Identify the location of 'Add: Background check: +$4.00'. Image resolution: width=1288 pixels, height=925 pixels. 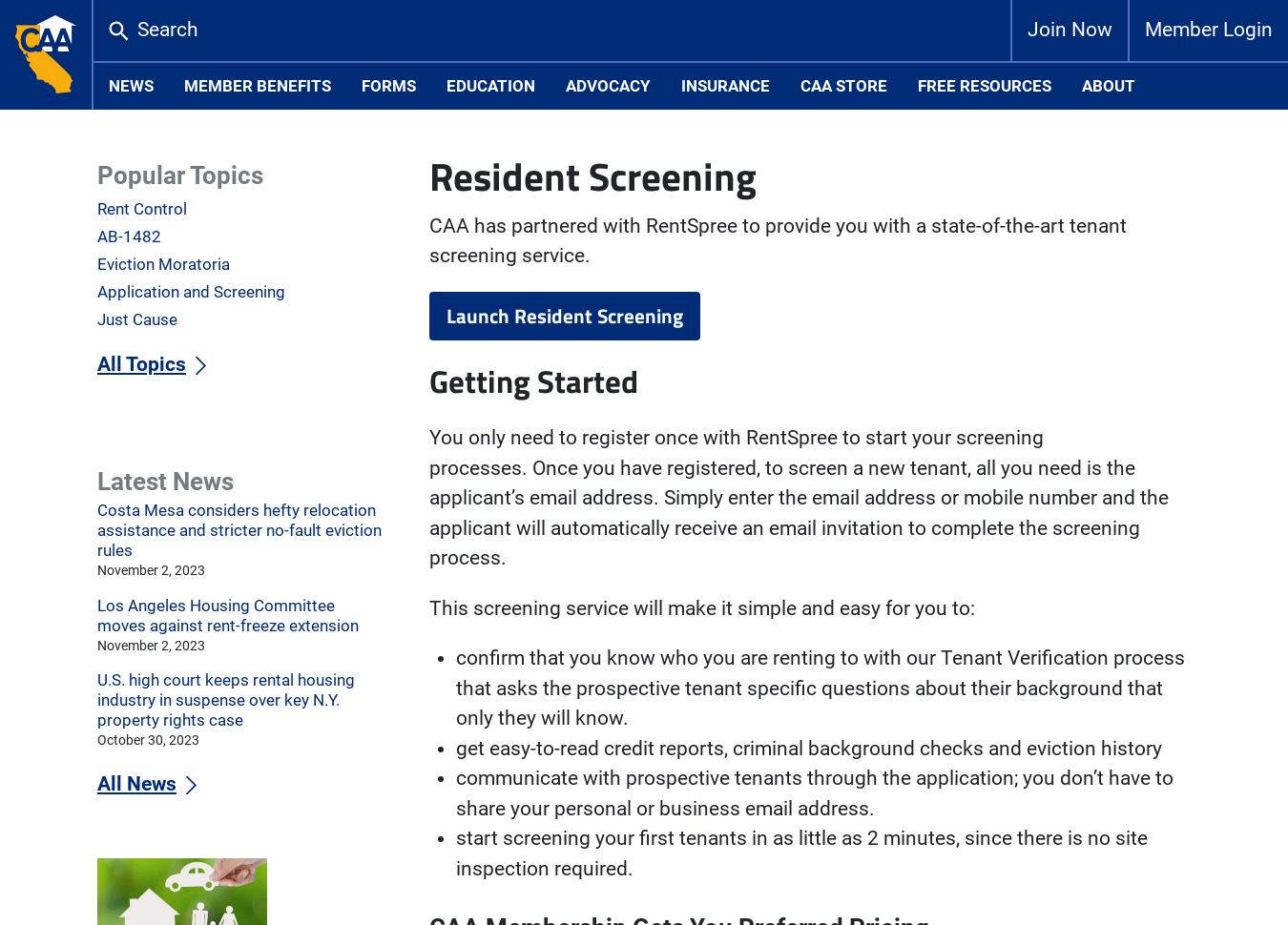
(571, 177).